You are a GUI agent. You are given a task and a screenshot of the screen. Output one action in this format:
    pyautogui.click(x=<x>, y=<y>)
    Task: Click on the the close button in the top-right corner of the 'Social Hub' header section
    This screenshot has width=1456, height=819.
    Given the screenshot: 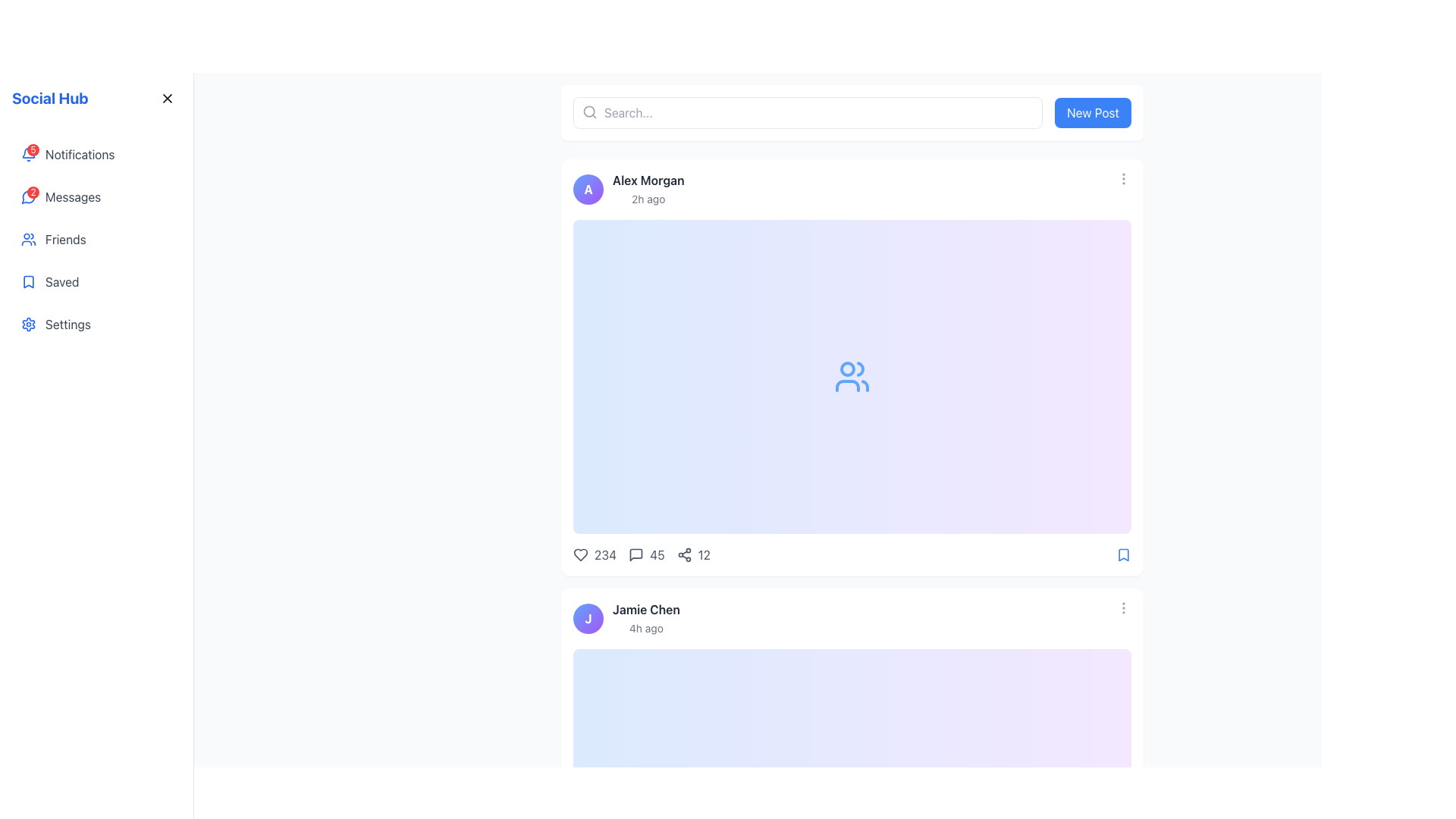 What is the action you would take?
    pyautogui.click(x=167, y=99)
    